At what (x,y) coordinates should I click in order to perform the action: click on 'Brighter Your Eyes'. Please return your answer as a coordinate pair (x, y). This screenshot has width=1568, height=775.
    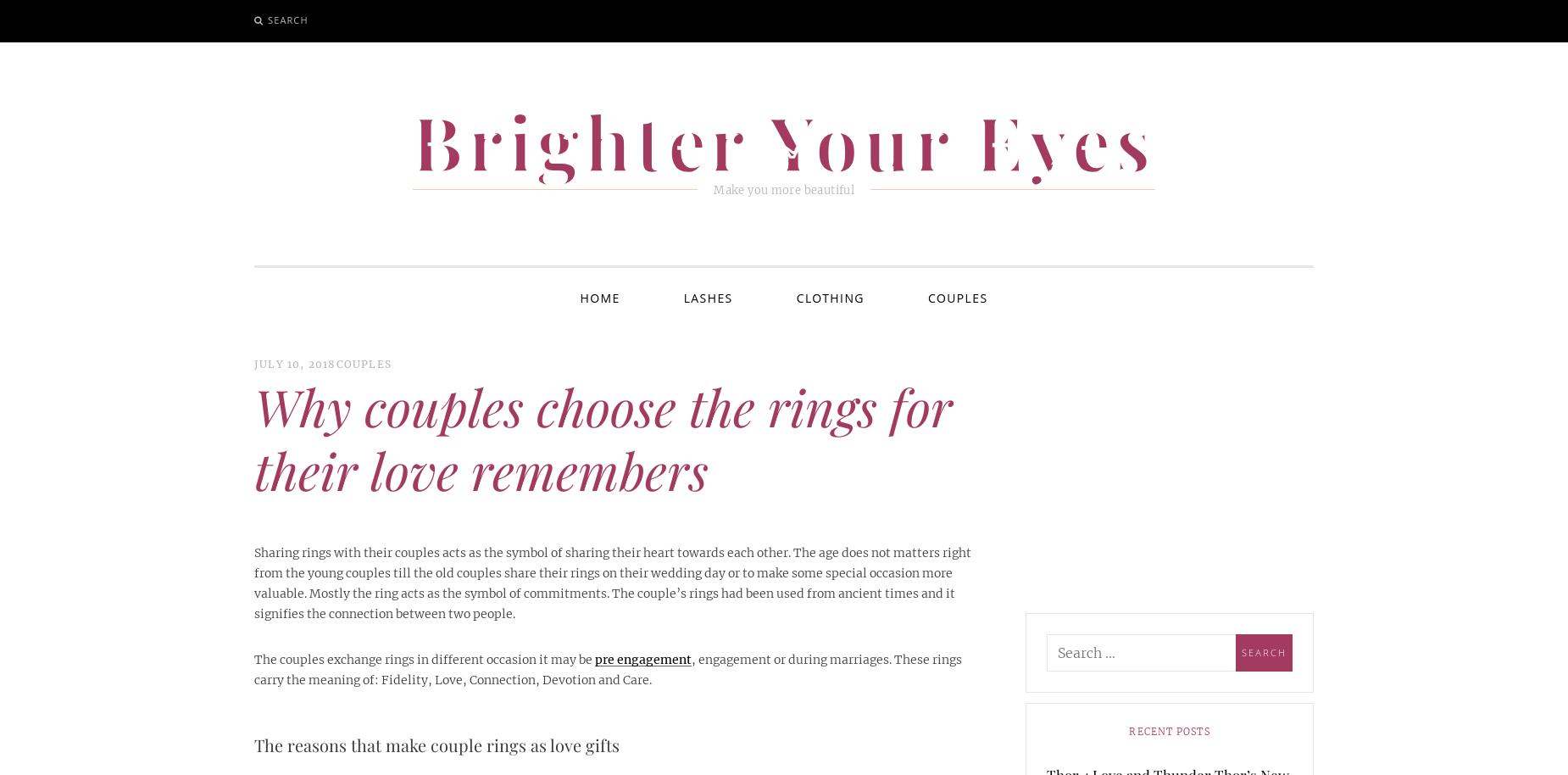
    Looking at the image, I should click on (411, 139).